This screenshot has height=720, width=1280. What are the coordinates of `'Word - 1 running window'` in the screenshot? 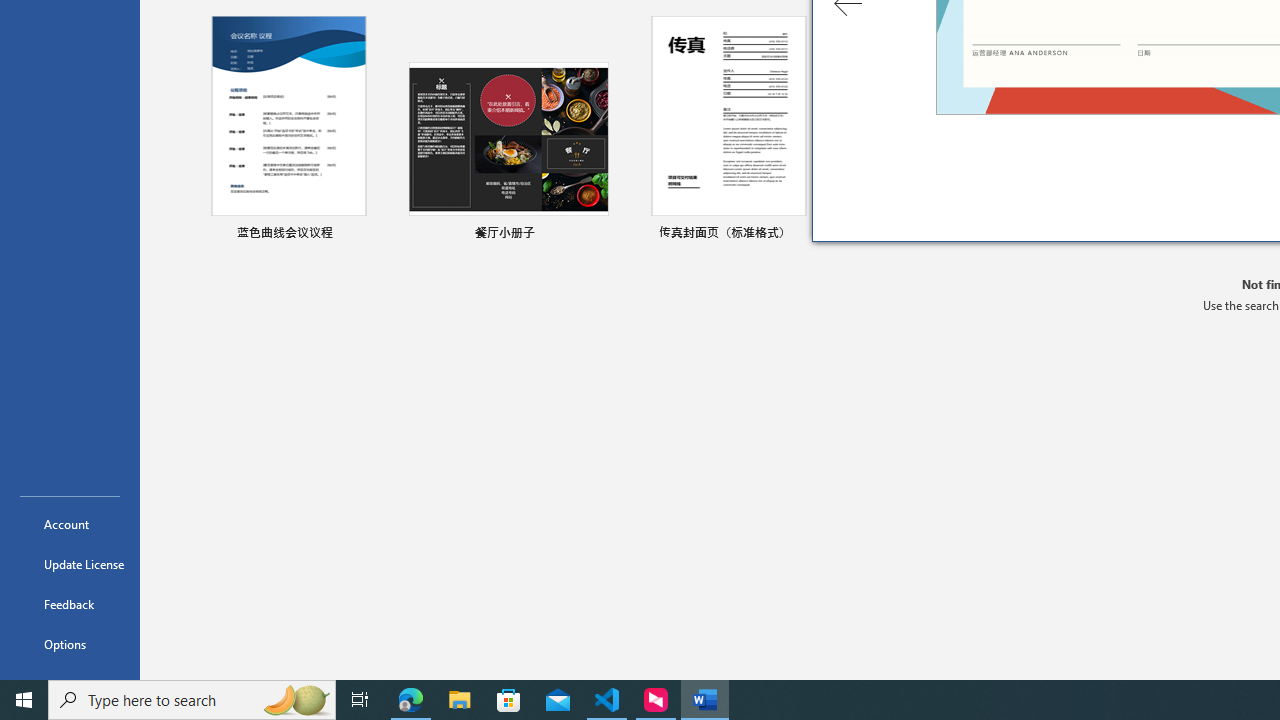 It's located at (705, 698).